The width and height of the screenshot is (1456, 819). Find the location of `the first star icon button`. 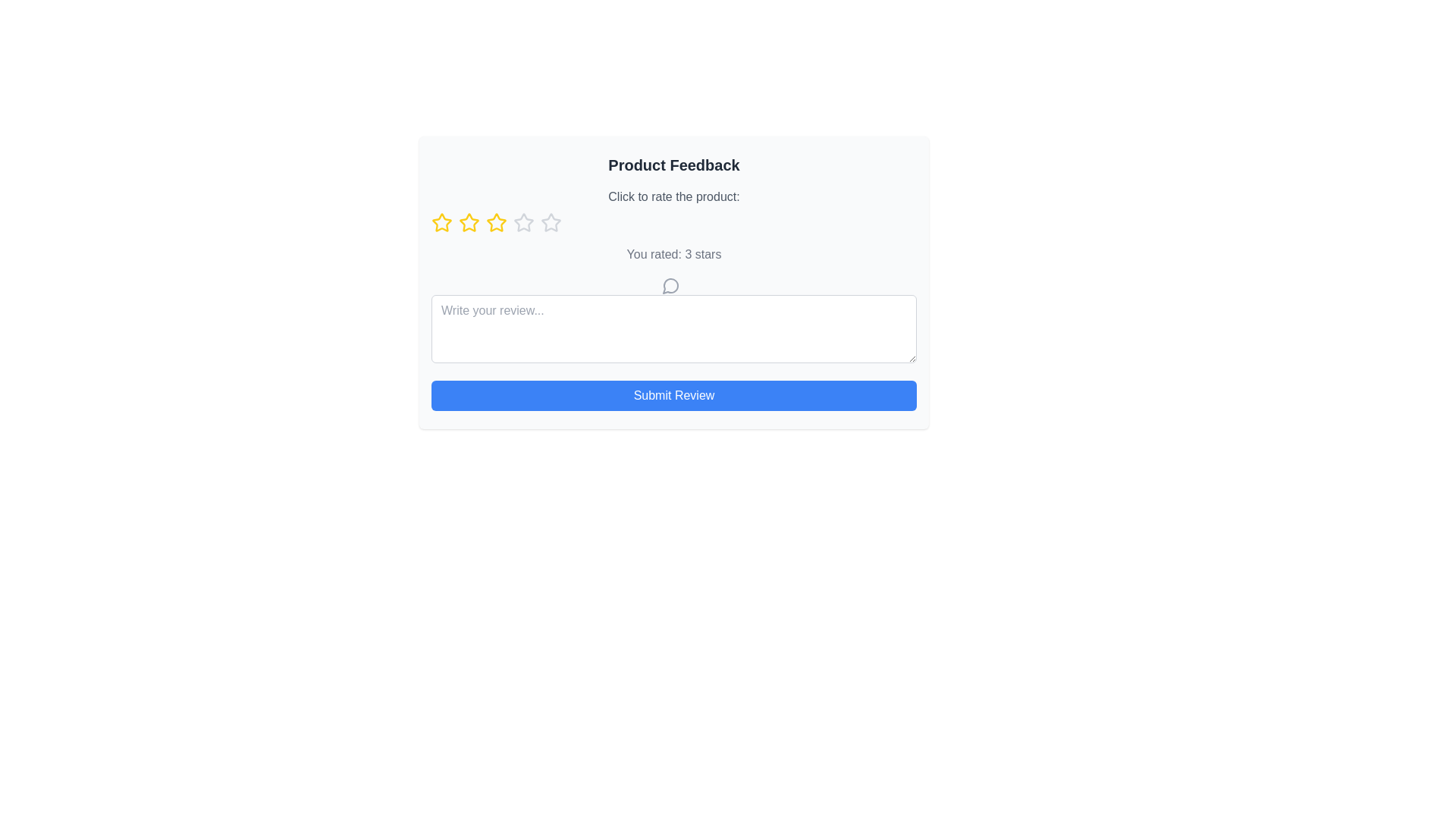

the first star icon button is located at coordinates (441, 222).